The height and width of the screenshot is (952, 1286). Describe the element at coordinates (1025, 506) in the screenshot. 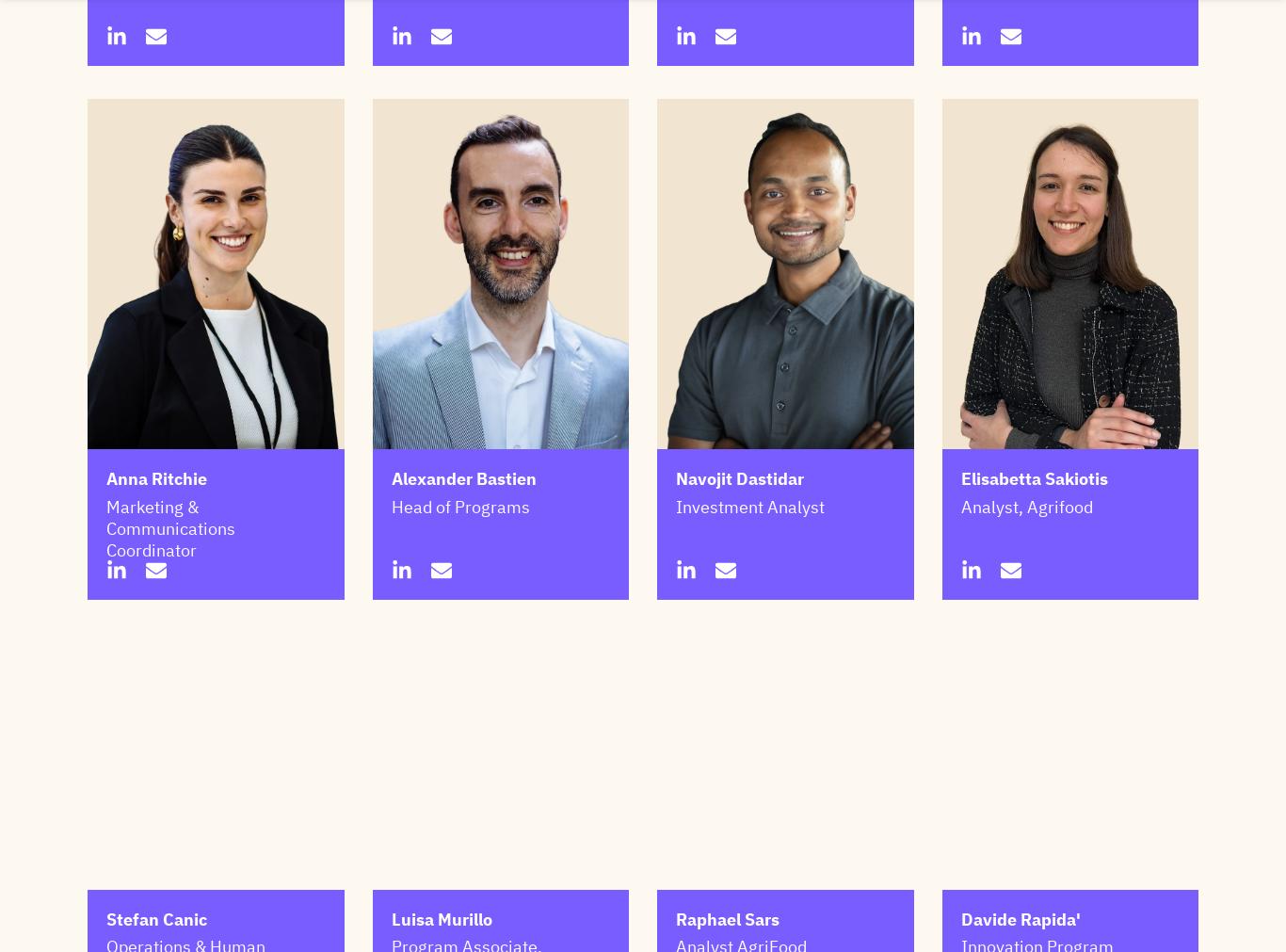

I see `'Analyst, Agrifood'` at that location.